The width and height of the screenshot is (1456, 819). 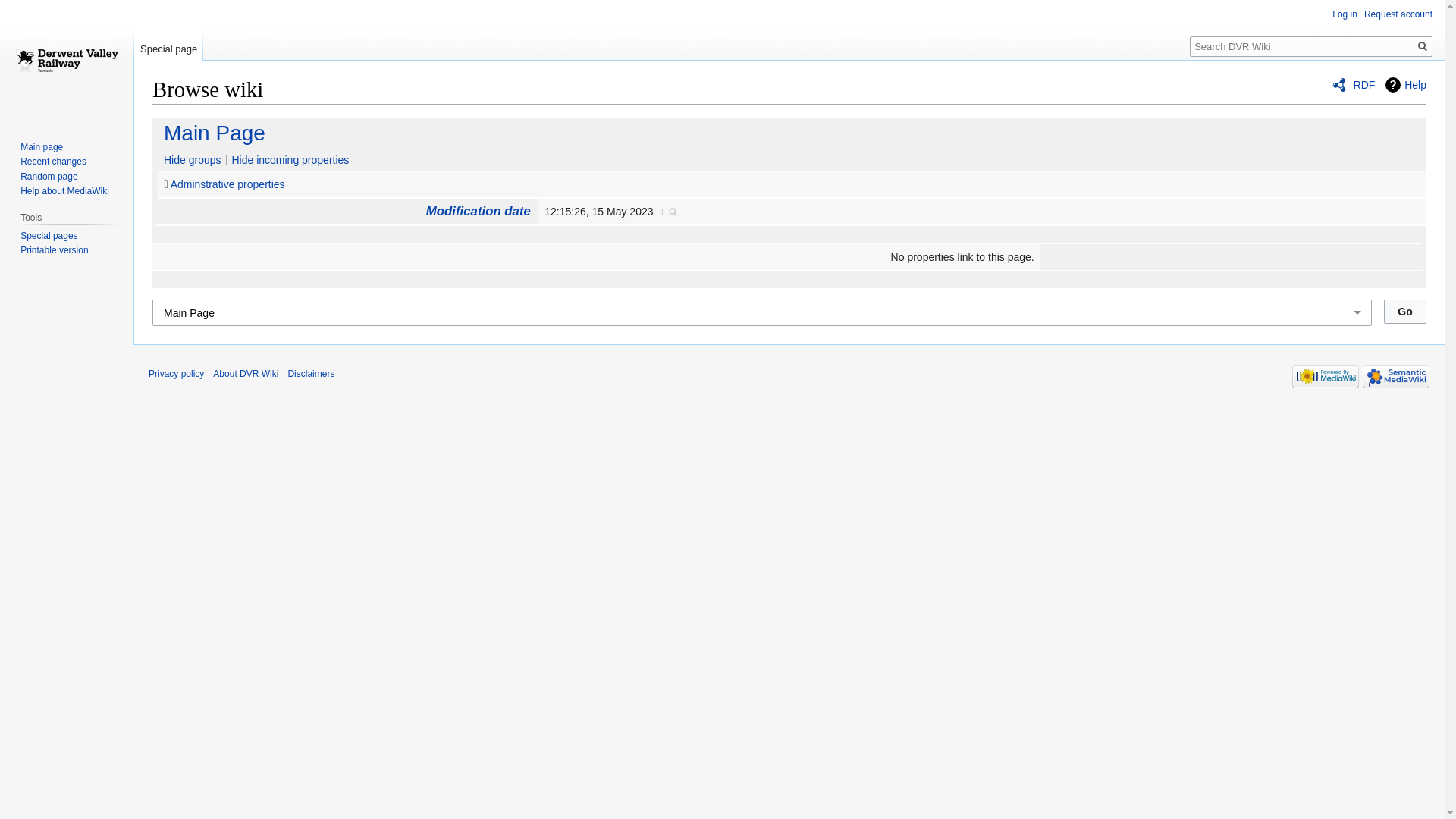 What do you see at coordinates (1397, 14) in the screenshot?
I see `'Request account'` at bounding box center [1397, 14].